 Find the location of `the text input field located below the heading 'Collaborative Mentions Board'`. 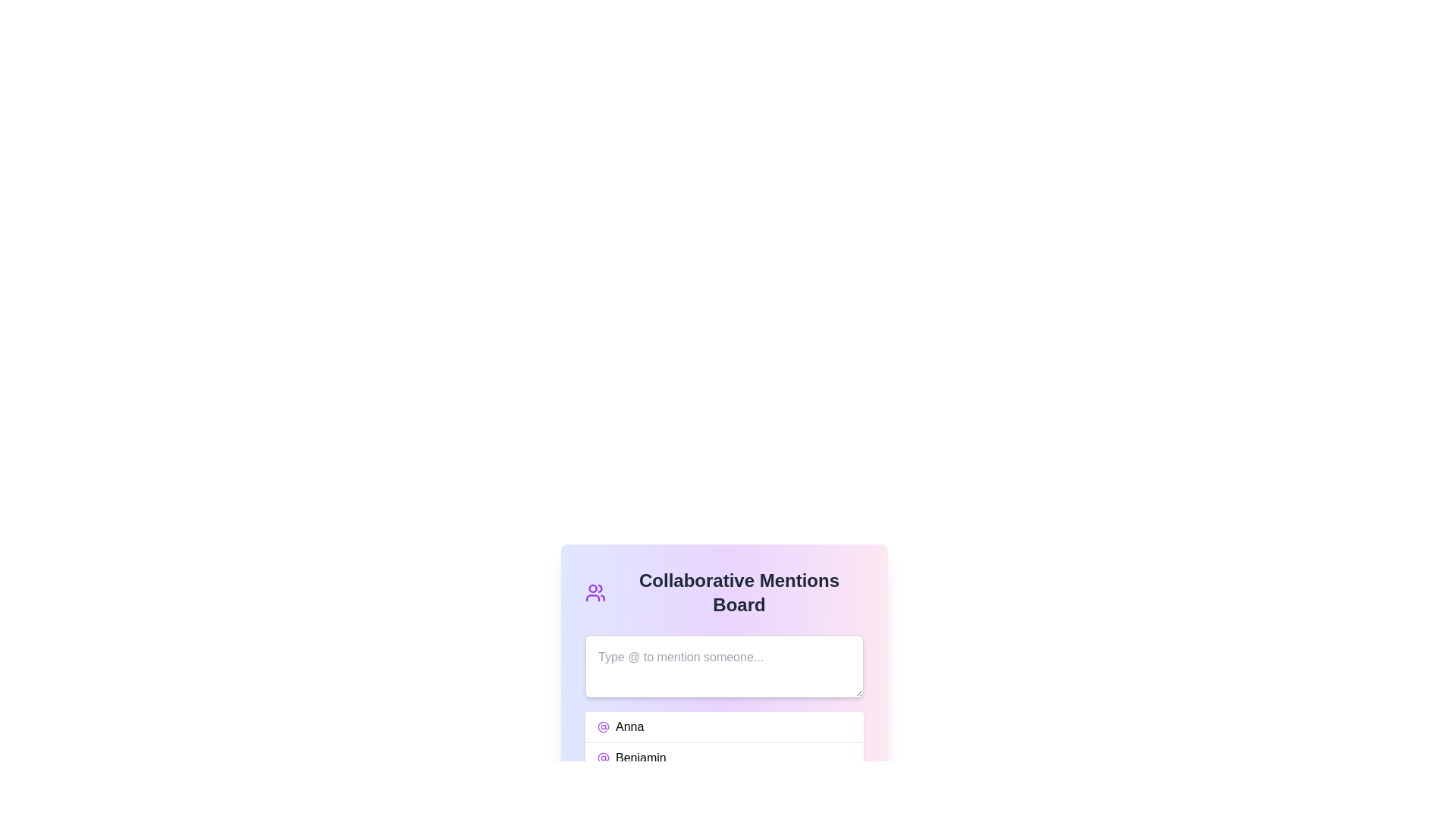

the text input field located below the heading 'Collaborative Mentions Board' is located at coordinates (723, 666).